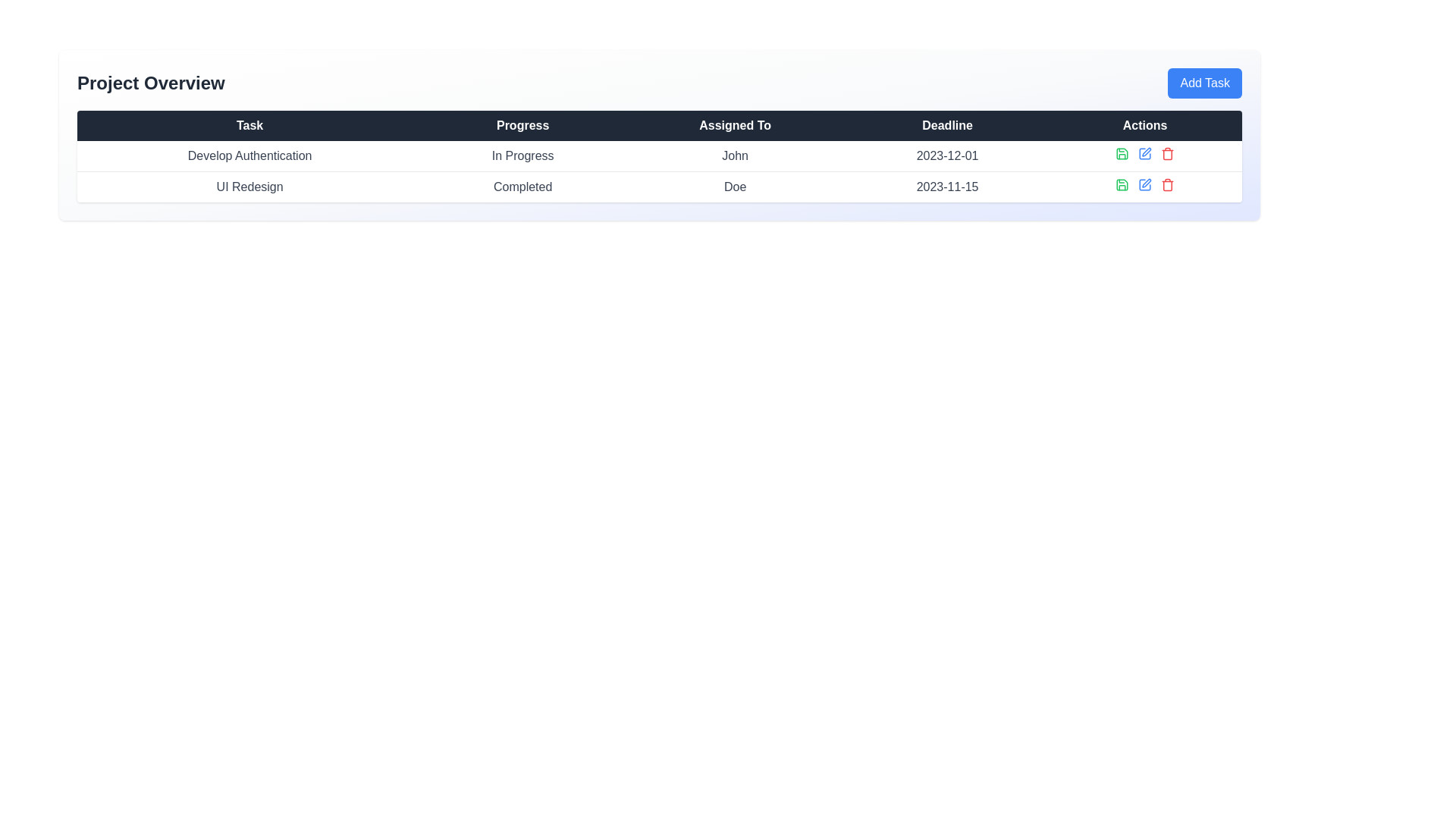  I want to click on the save disk icon in the 'Actions' column of the second row in the table associated with the 'UI Redesign' task, so click(1122, 154).